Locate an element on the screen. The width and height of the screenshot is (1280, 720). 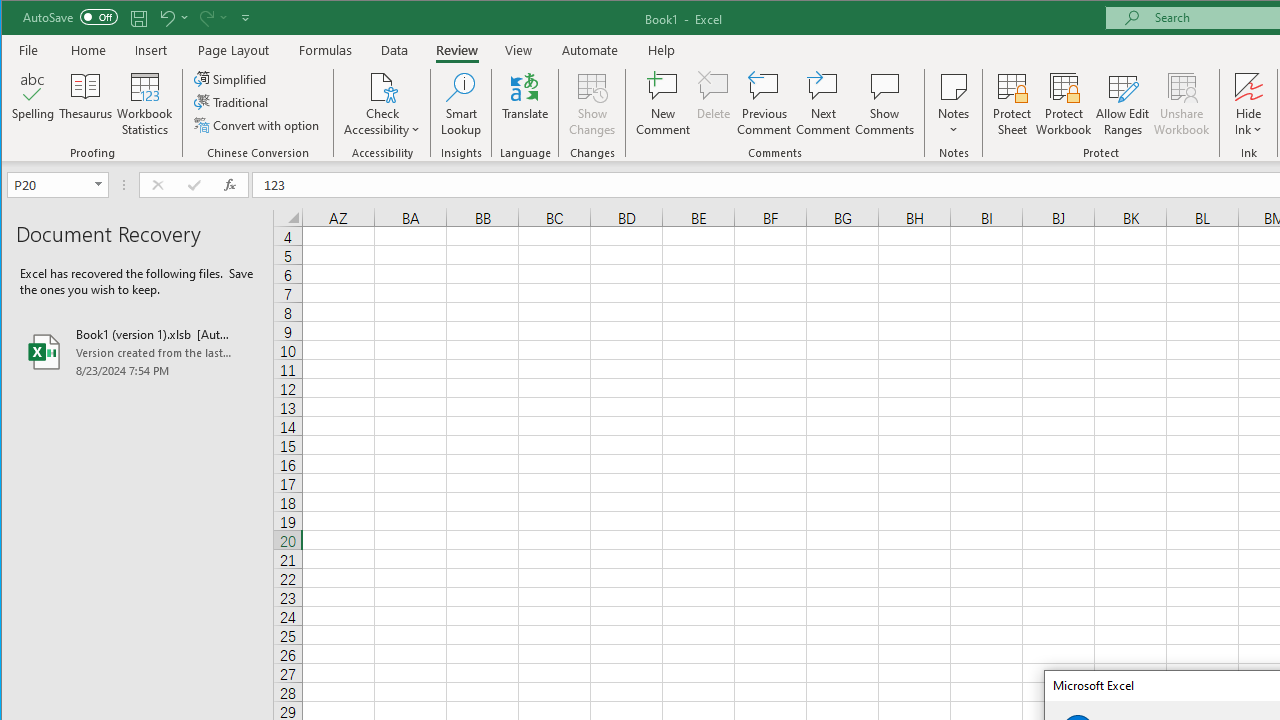
'Workbook Statistics' is located at coordinates (144, 104).